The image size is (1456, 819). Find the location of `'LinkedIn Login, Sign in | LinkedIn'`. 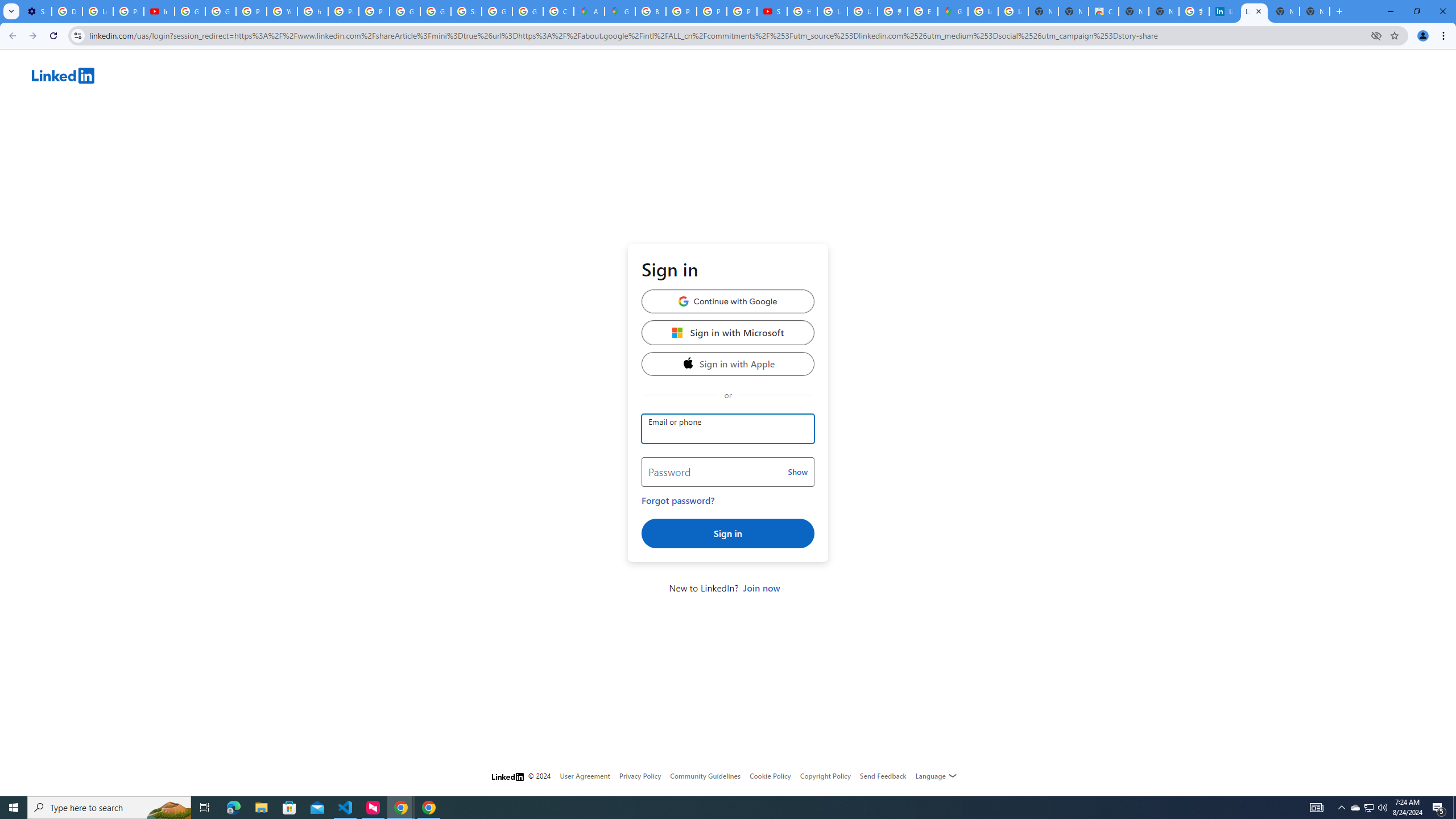

'LinkedIn Login, Sign in | LinkedIn' is located at coordinates (1224, 11).